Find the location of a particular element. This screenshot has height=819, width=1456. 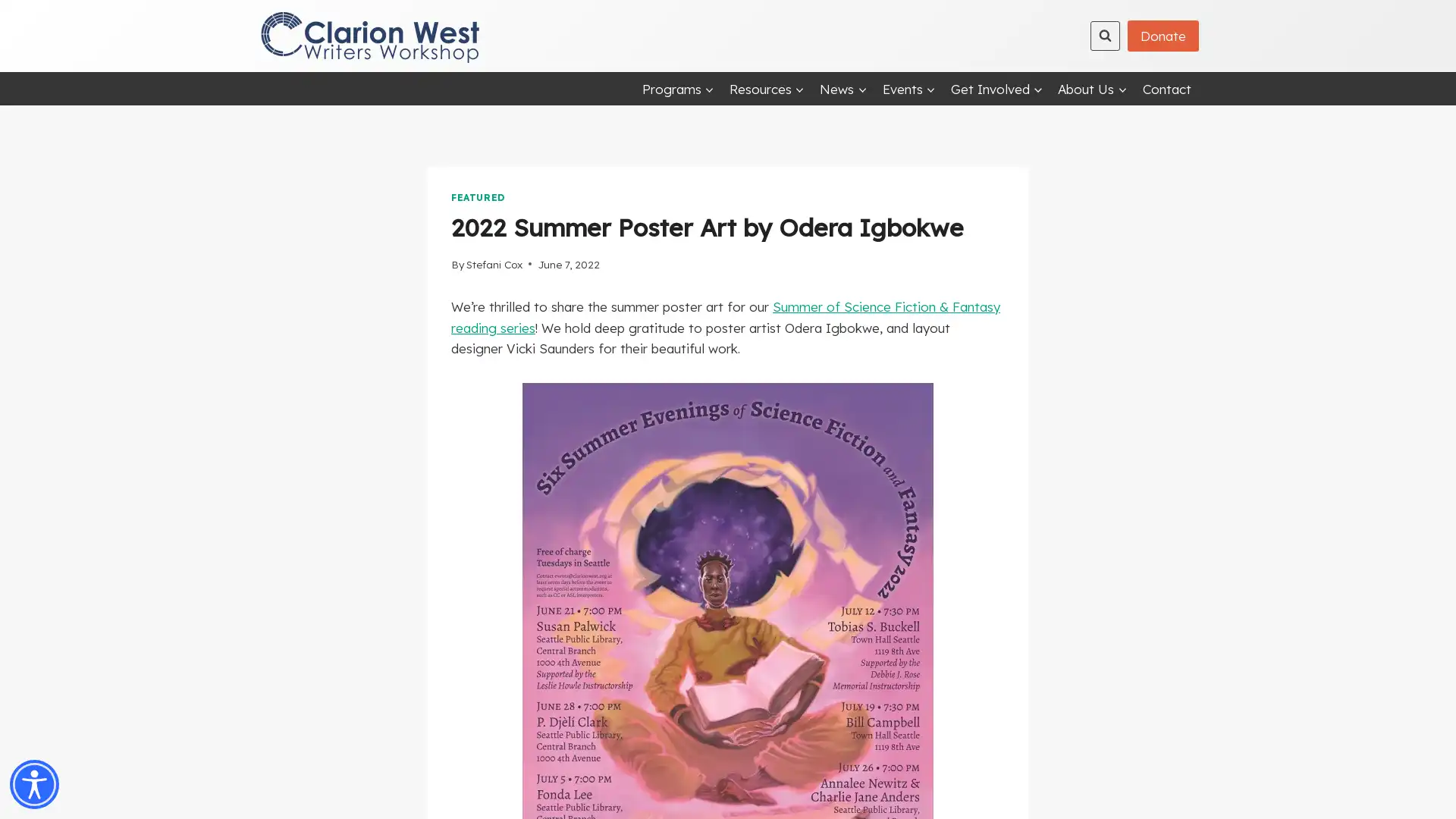

Expand child menu is located at coordinates (996, 88).